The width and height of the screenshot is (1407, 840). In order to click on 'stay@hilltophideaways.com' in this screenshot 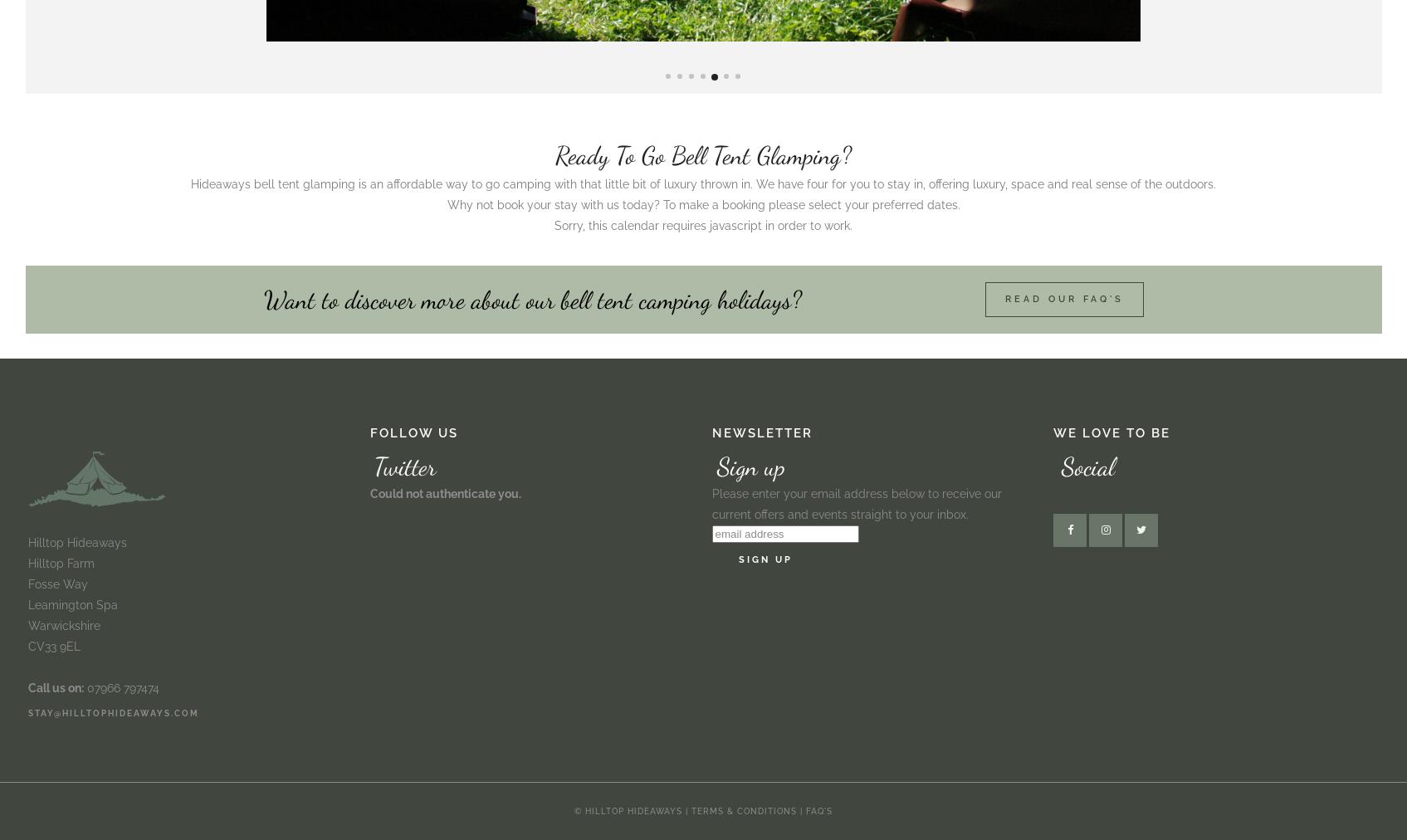, I will do `click(113, 712)`.